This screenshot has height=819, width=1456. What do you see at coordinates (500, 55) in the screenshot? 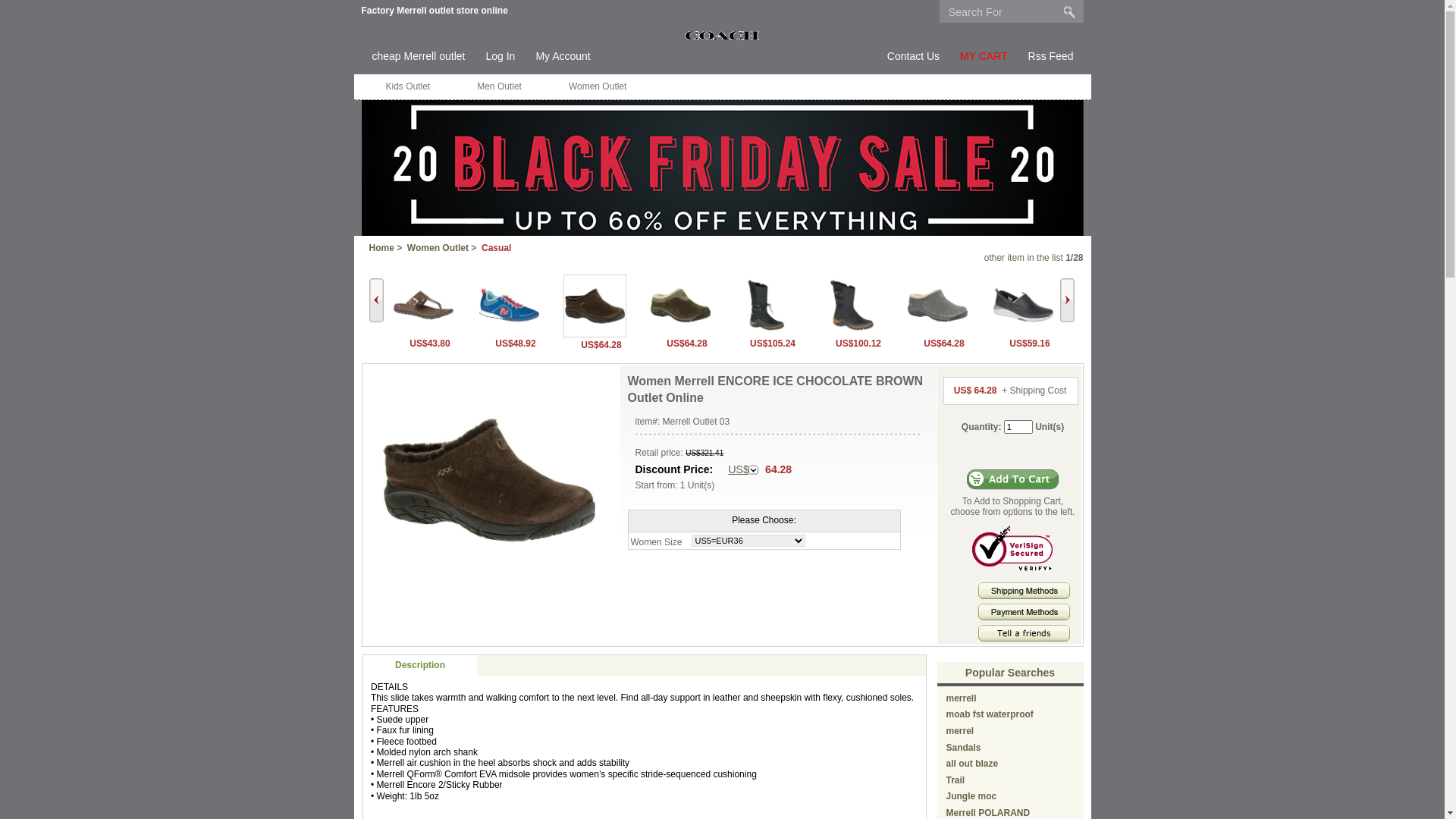
I see `'Log In'` at bounding box center [500, 55].